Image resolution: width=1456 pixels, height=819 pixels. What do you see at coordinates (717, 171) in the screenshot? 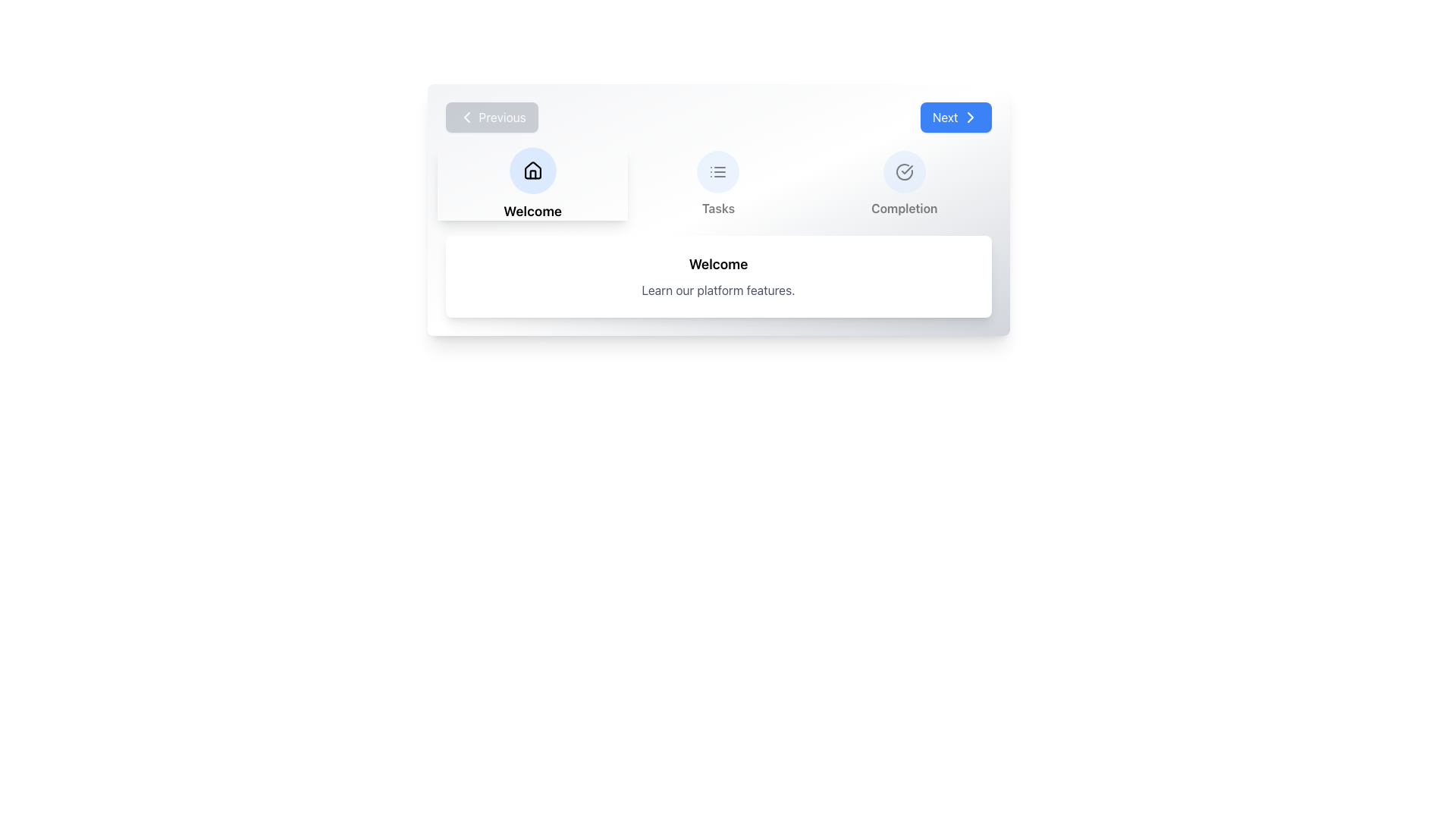
I see `the navigation button located above the 'Tasks' caption` at bounding box center [717, 171].